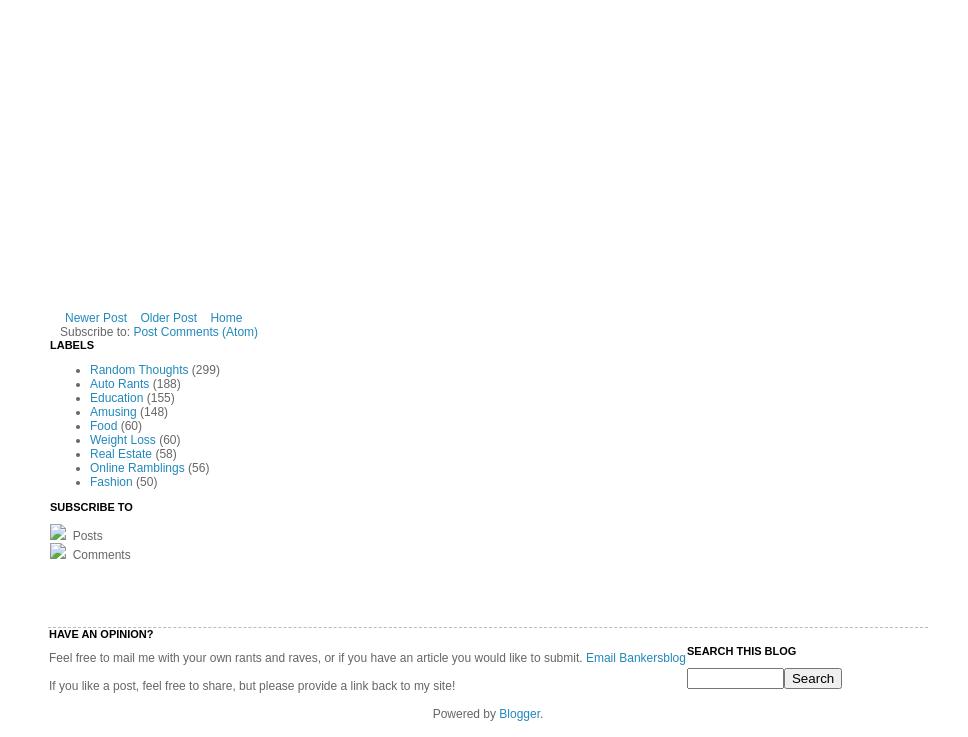 Image resolution: width=968 pixels, height=737 pixels. What do you see at coordinates (71, 343) in the screenshot?
I see `'Labels'` at bounding box center [71, 343].